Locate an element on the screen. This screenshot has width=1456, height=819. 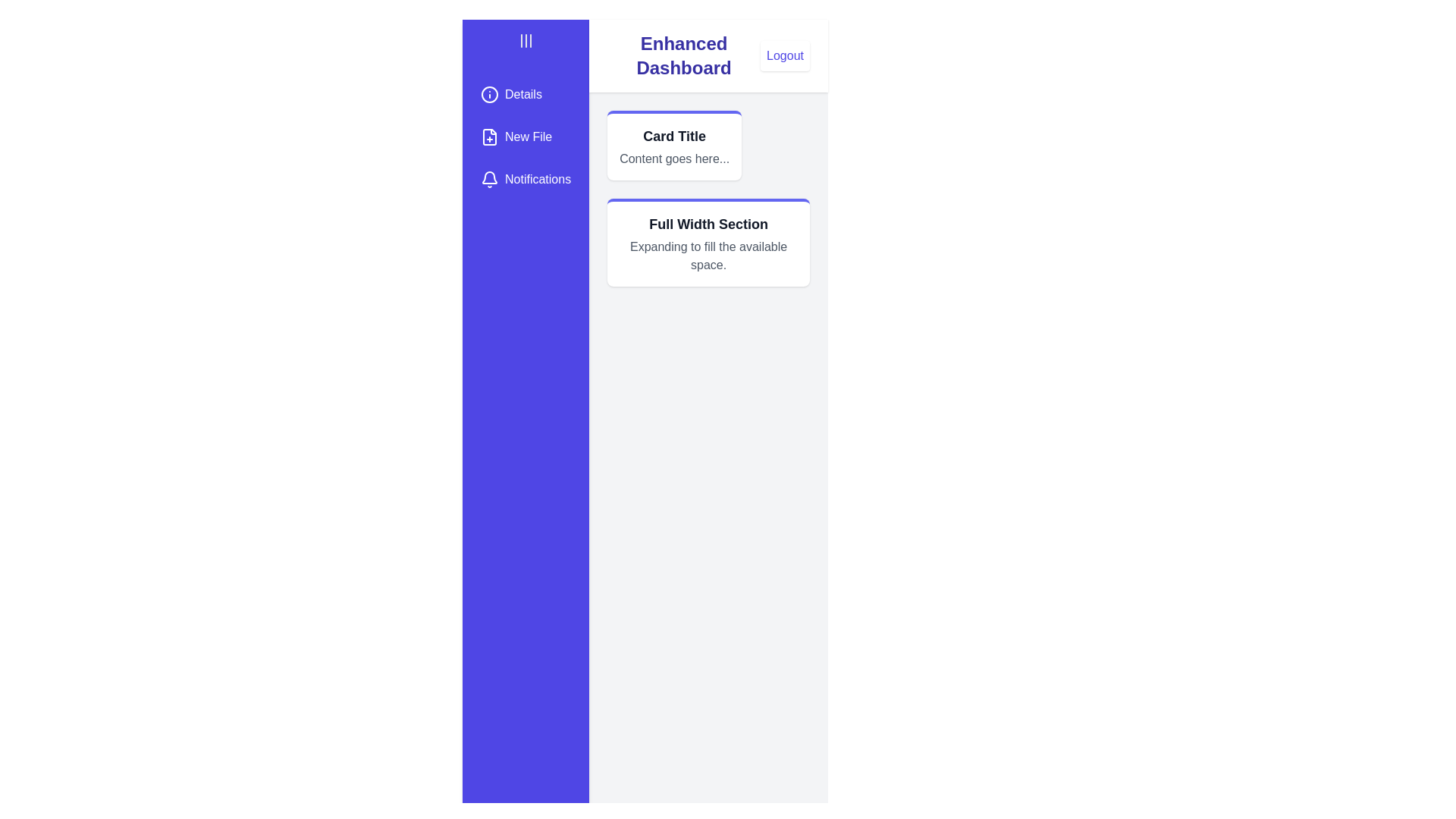
the text element that says 'Expanding to fill the available space.' which is styled in gray and positioned below the 'Full Width Section' label is located at coordinates (708, 256).